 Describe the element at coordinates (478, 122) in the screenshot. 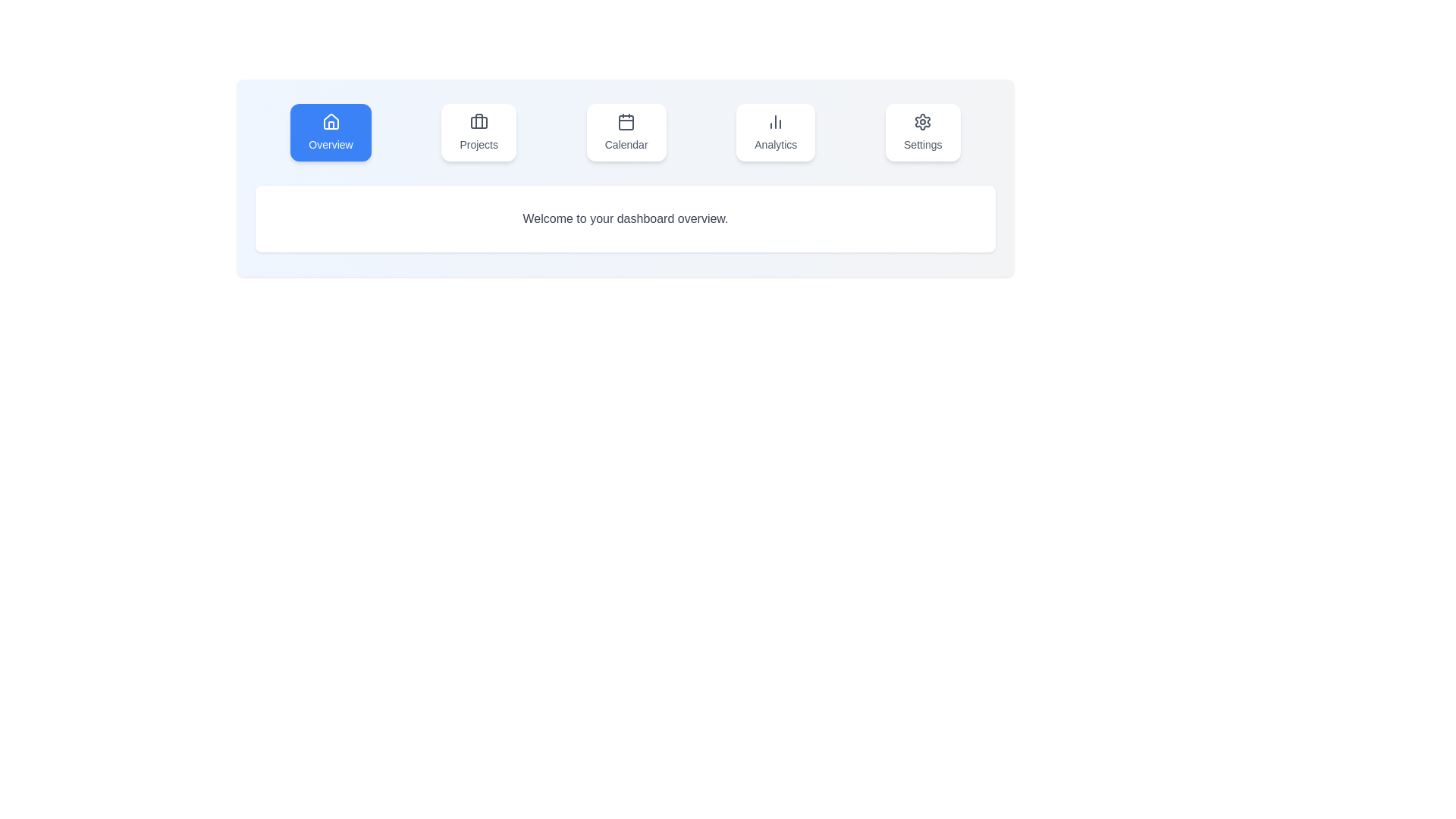

I see `the bottom portion of the briefcase icon representing the 'Projects' feature in the top navigation bar` at that location.